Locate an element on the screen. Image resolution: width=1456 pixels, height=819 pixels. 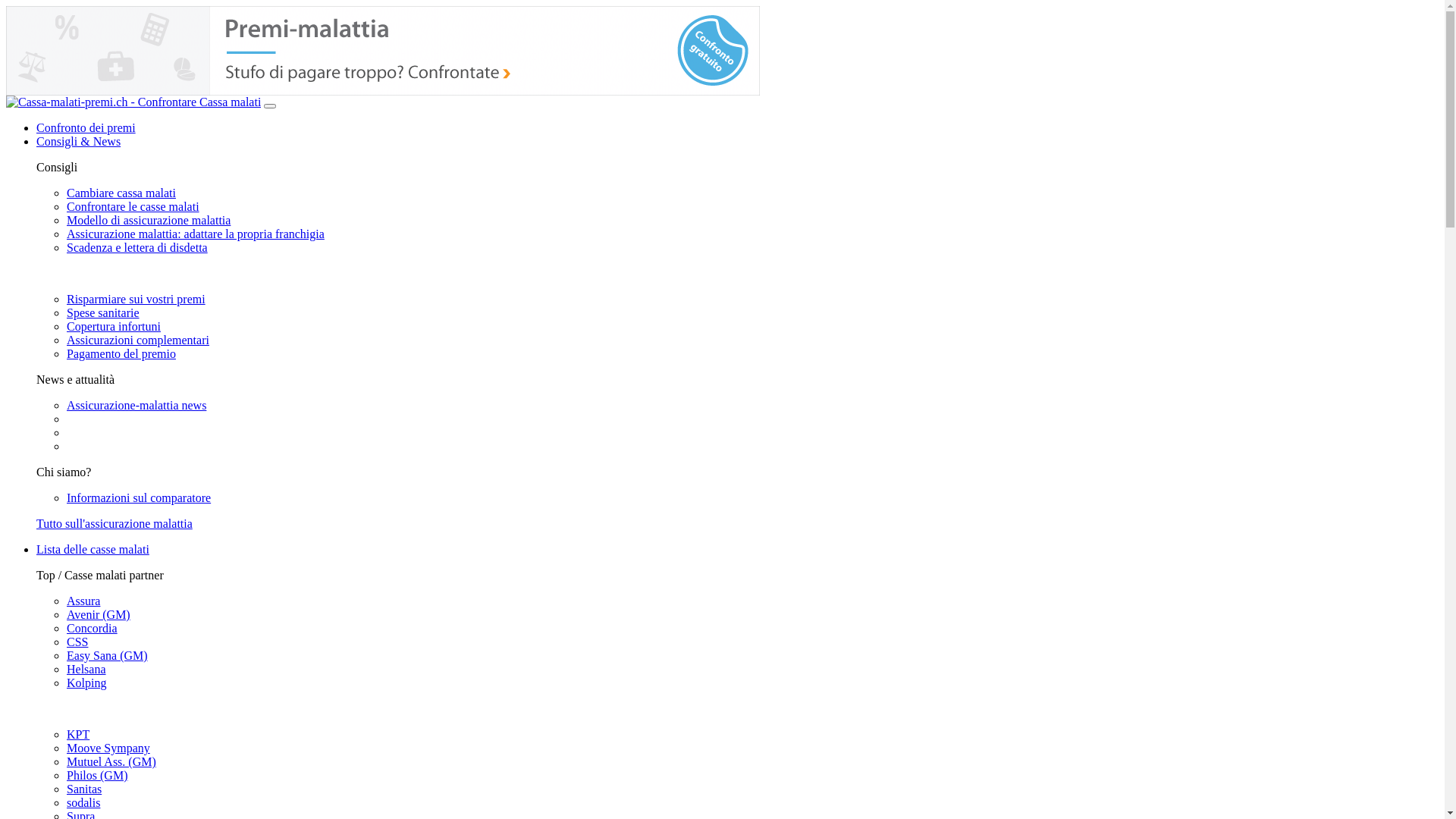
'Helsana' is located at coordinates (86, 668).